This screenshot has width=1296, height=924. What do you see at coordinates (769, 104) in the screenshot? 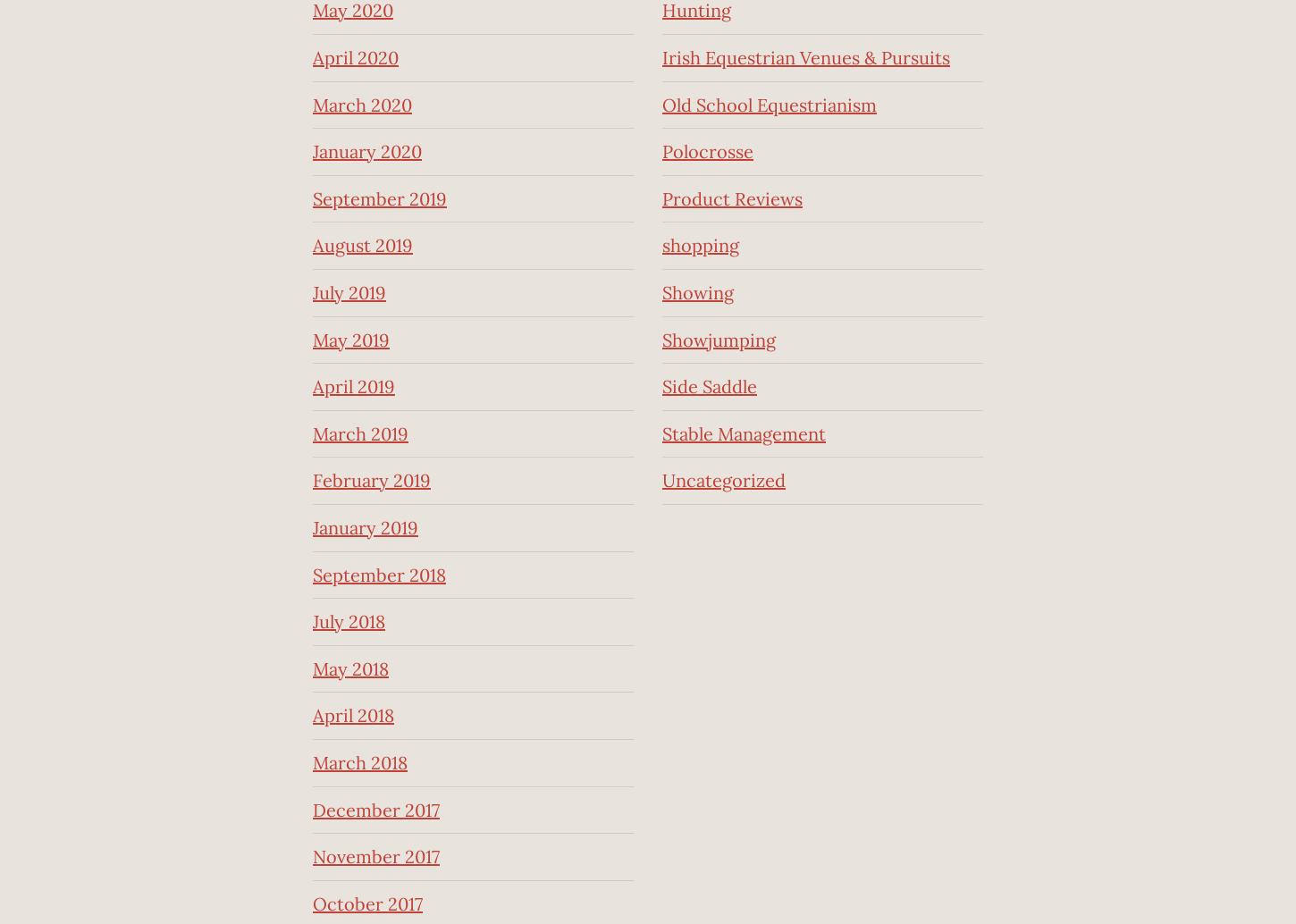
I see `'Old School Equestrianism'` at bounding box center [769, 104].